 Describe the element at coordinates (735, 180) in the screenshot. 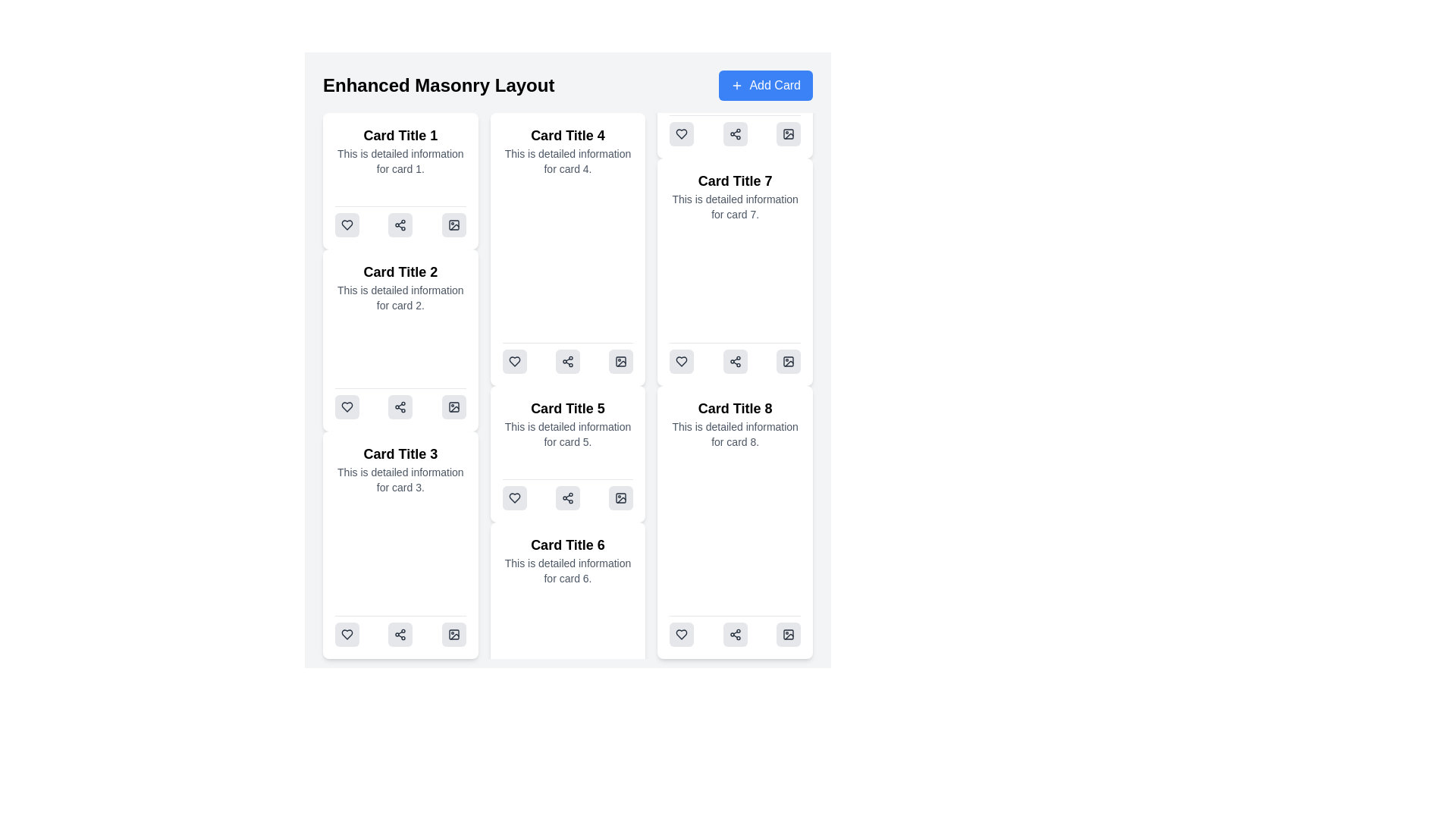

I see `the title text element of the card component, which is positioned at the top-center of the card and serves as a brief identifier for the card's content` at that location.